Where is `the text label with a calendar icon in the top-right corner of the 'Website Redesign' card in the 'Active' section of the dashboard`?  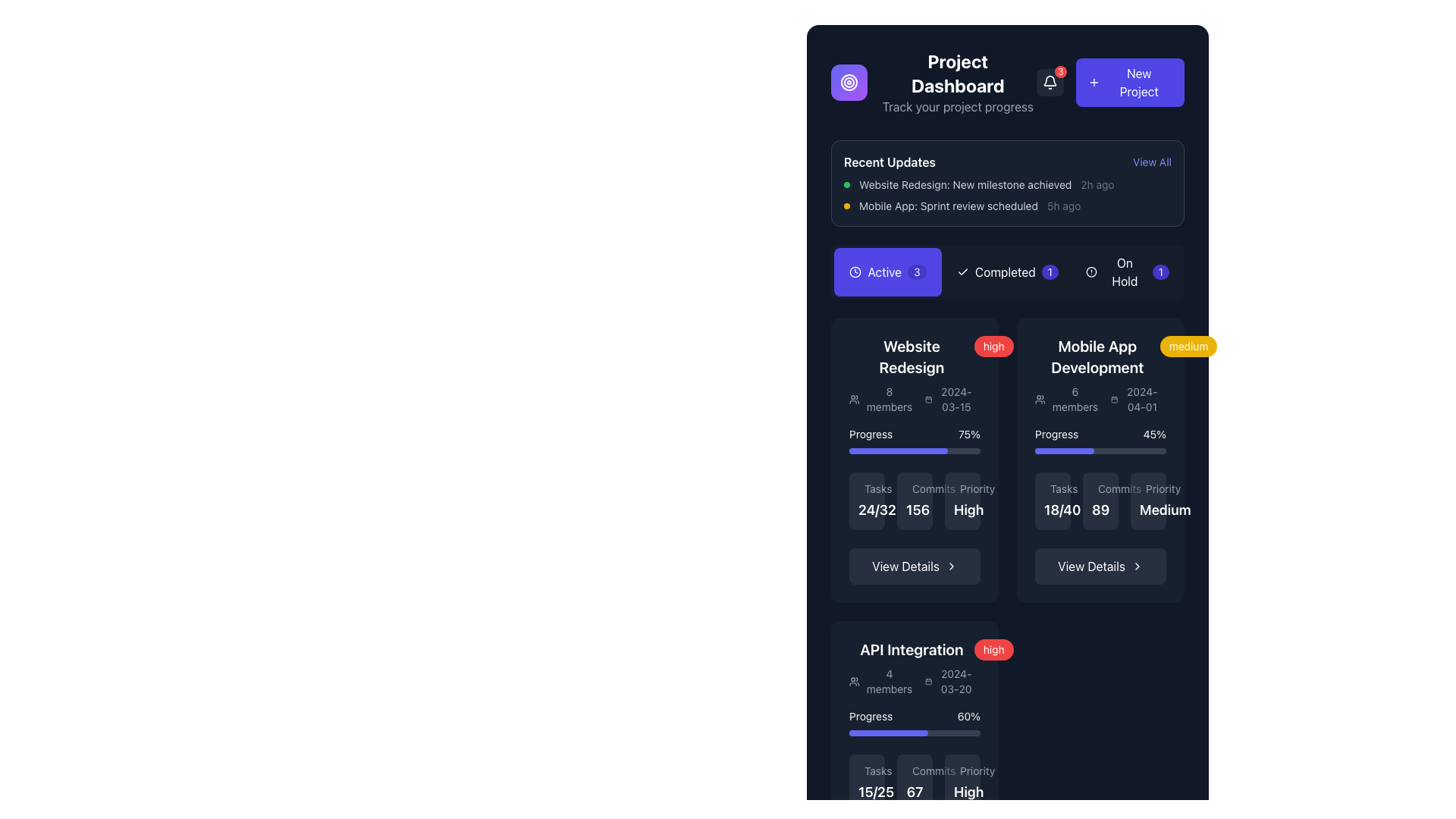 the text label with a calendar icon in the top-right corner of the 'Website Redesign' card in the 'Active' section of the dashboard is located at coordinates (949, 399).